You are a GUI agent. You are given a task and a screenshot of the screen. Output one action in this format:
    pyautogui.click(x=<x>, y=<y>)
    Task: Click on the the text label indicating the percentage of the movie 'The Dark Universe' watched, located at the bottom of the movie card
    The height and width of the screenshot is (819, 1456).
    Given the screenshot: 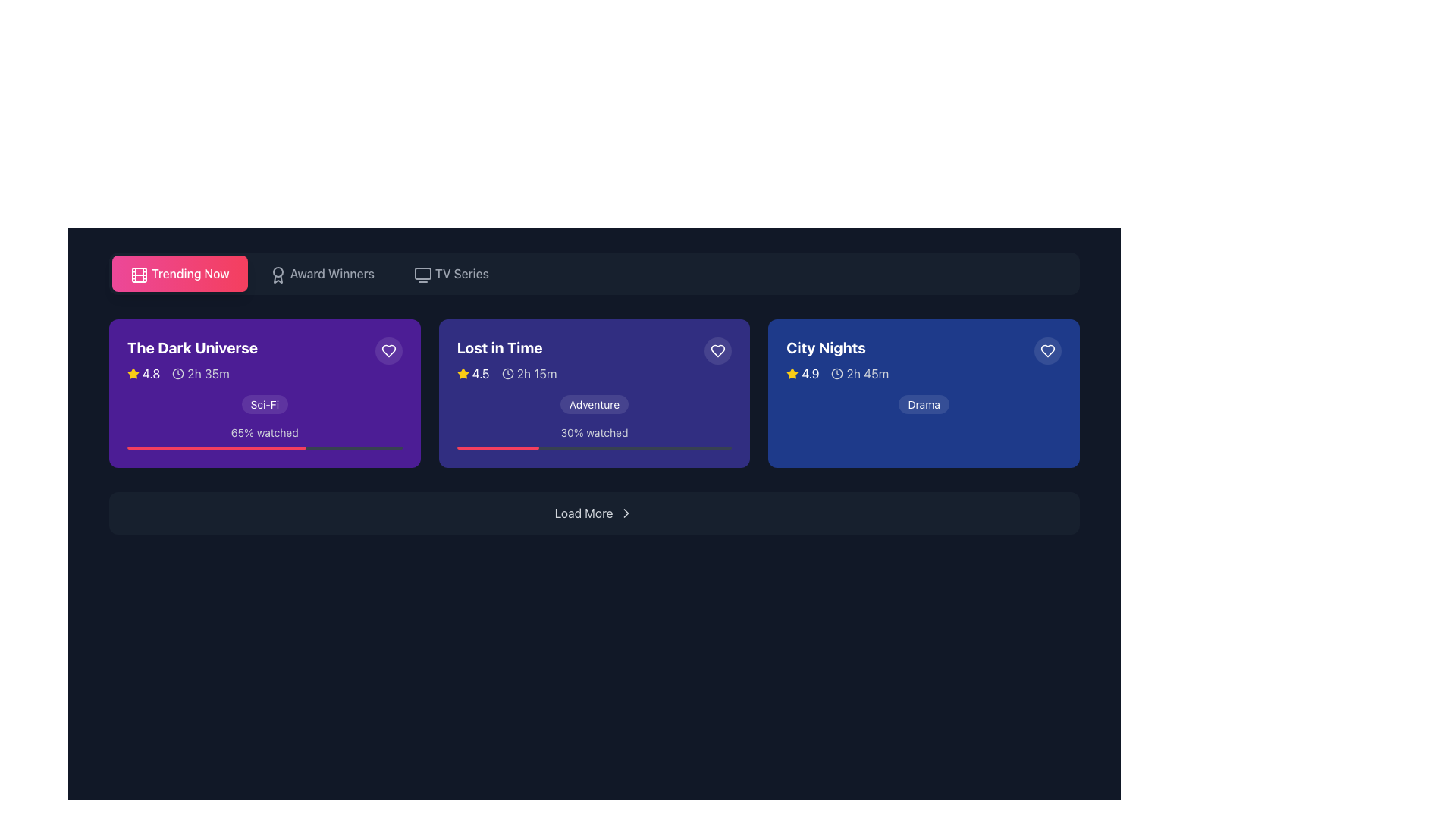 What is the action you would take?
    pyautogui.click(x=265, y=432)
    